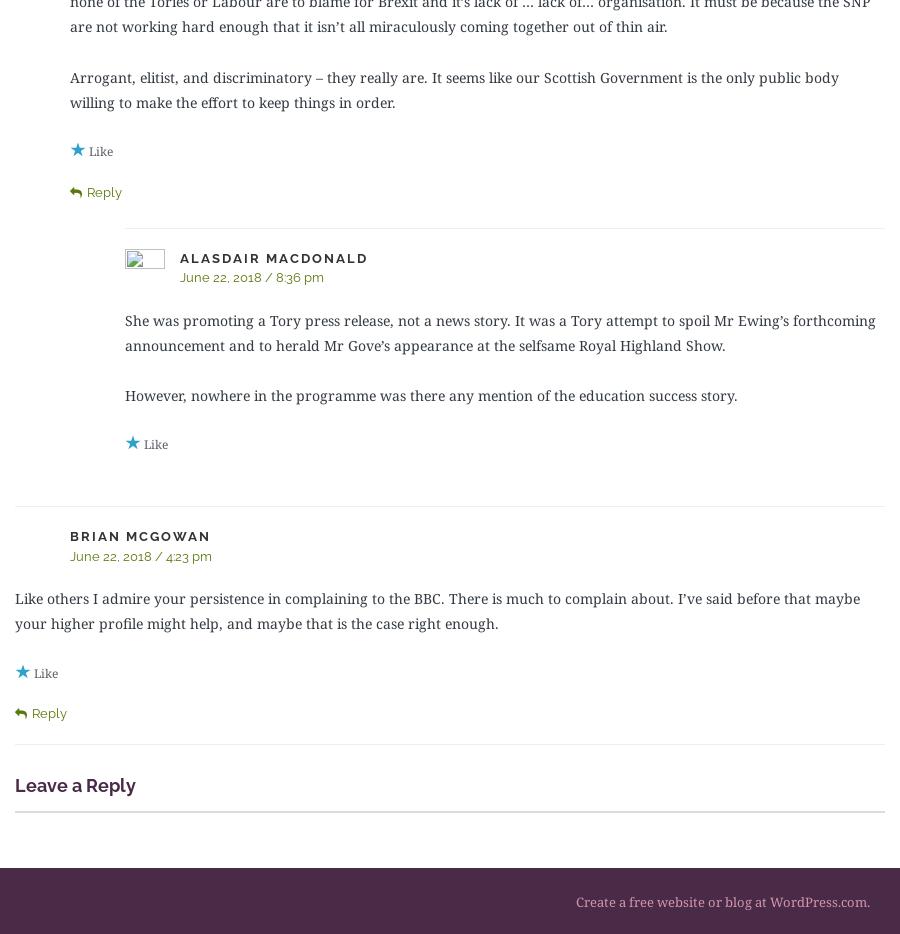 The height and width of the screenshot is (934, 900). I want to click on 'Leave a Reply', so click(74, 783).